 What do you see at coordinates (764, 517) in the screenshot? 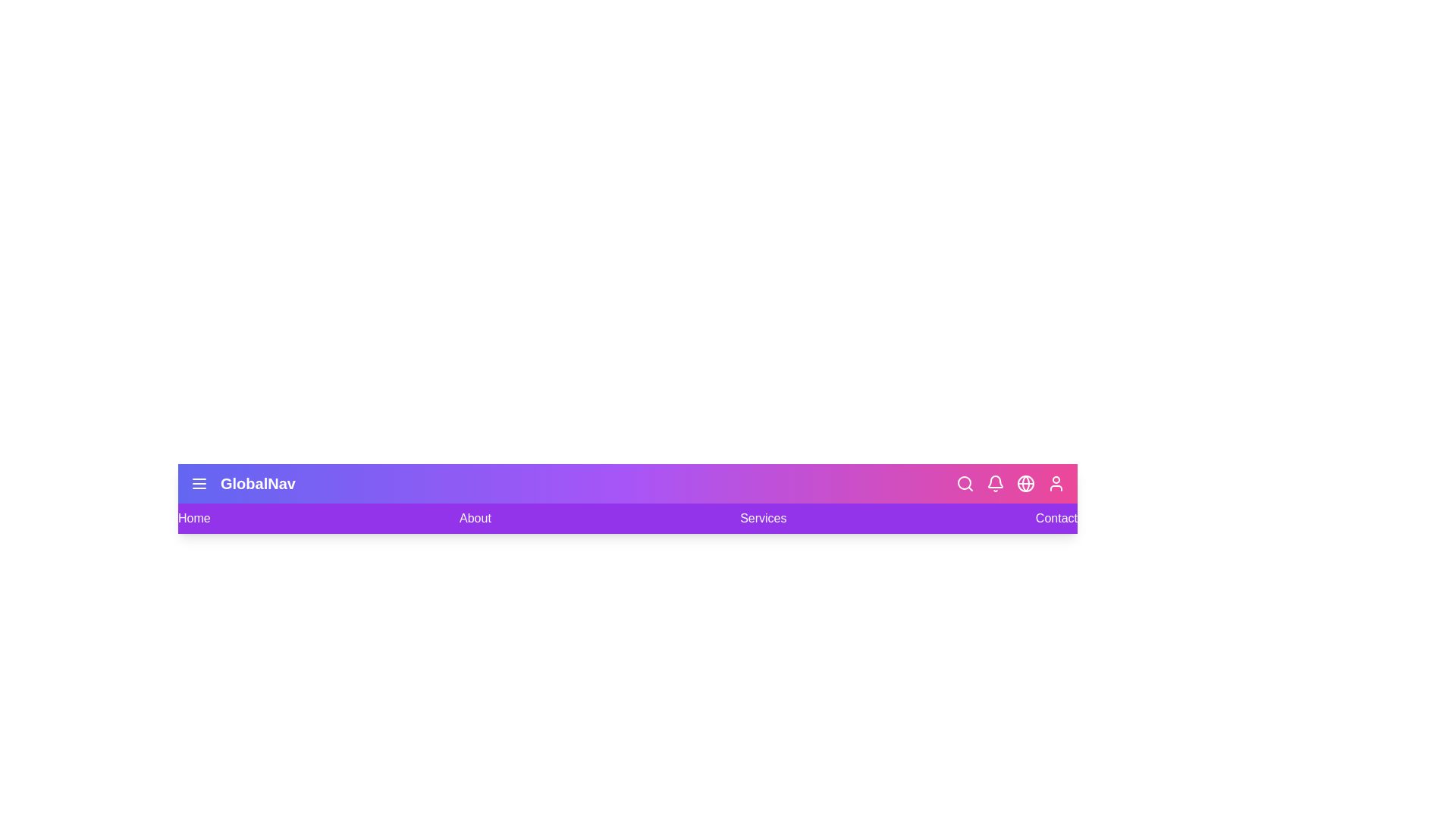
I see `the navigation link labeled Services` at bounding box center [764, 517].